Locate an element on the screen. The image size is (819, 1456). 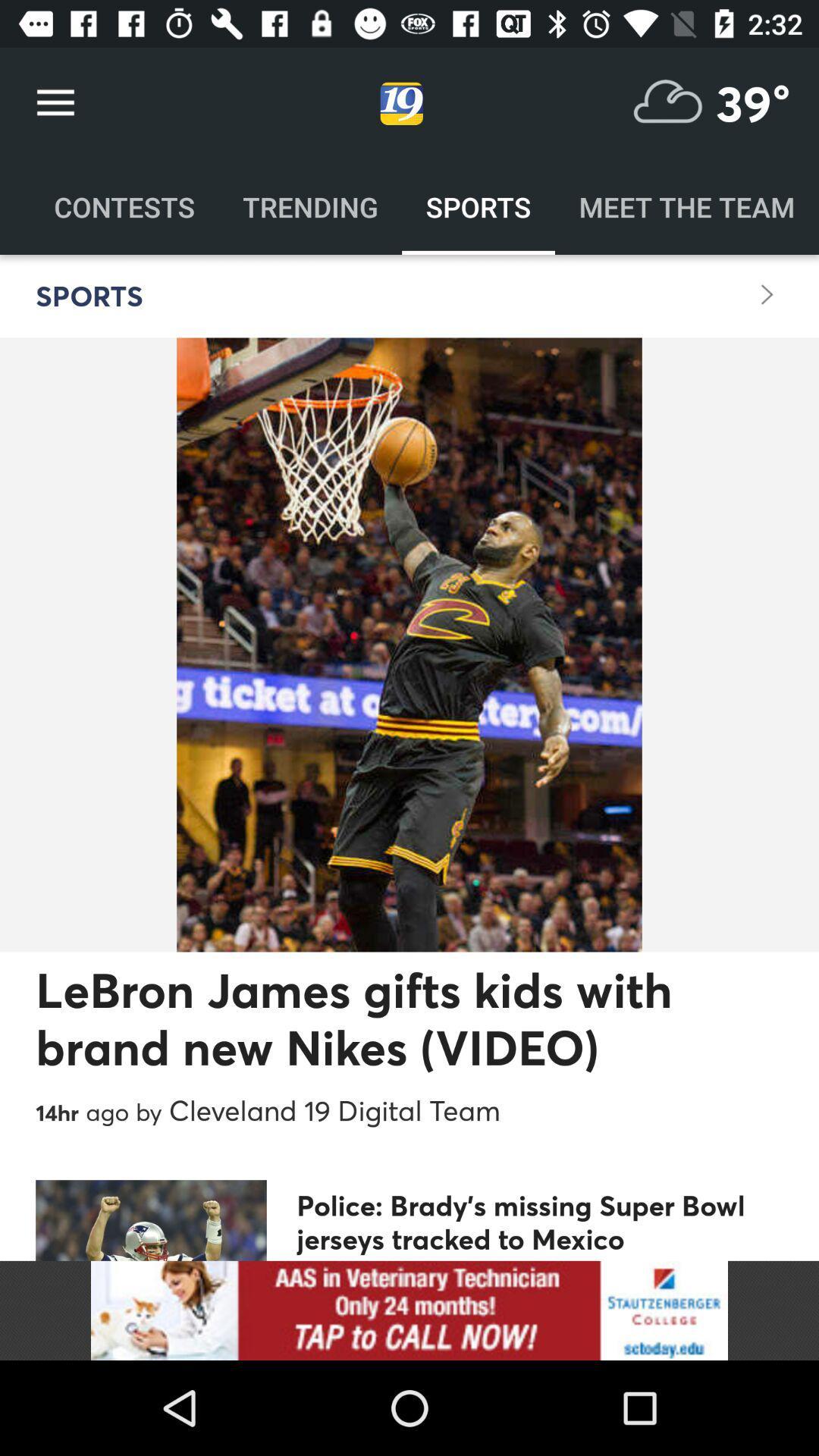
advertisement is located at coordinates (409, 1310).